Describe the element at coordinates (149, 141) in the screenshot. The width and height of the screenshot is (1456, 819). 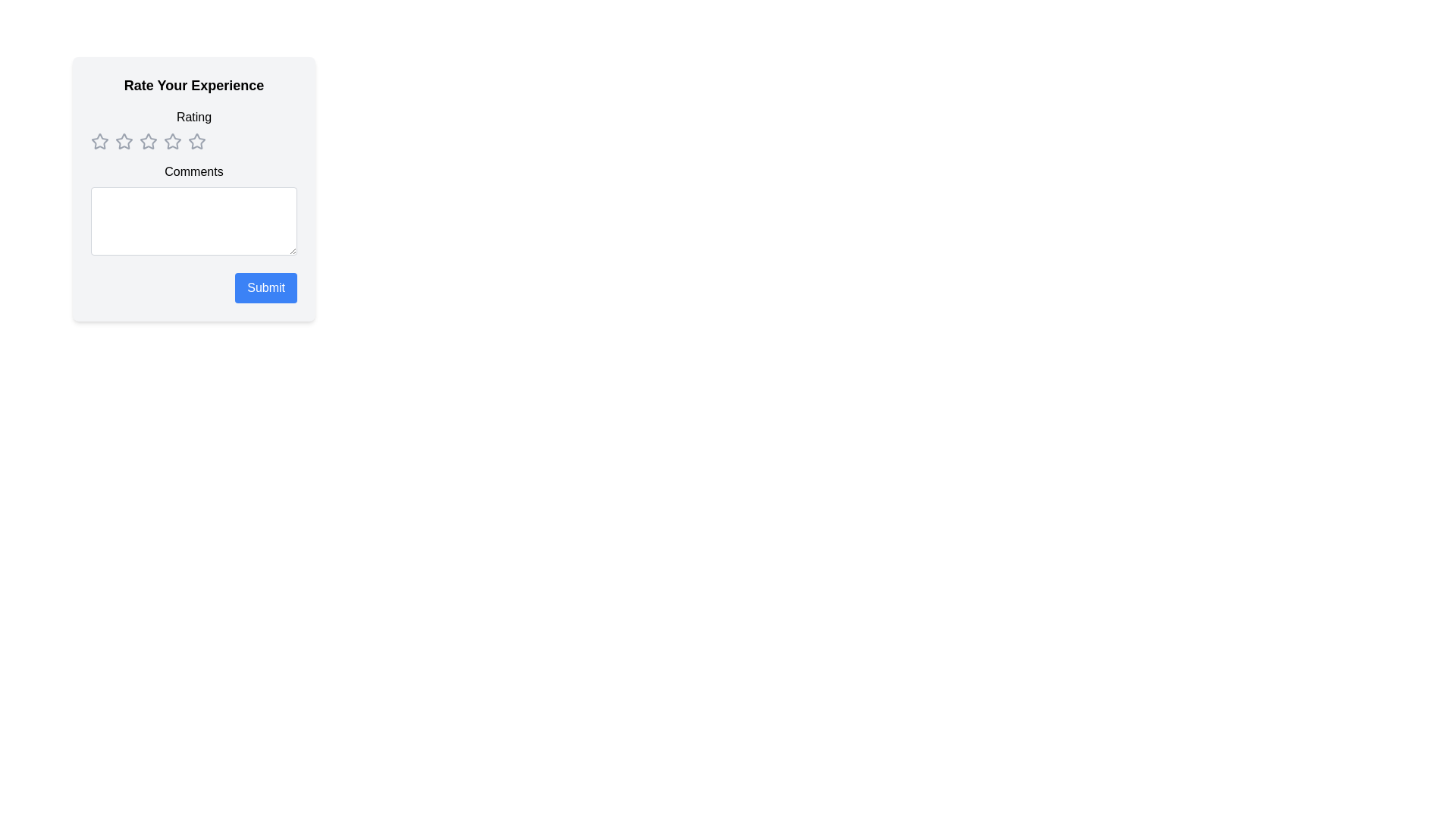
I see `the fourth star icon in the rating selection system` at that location.